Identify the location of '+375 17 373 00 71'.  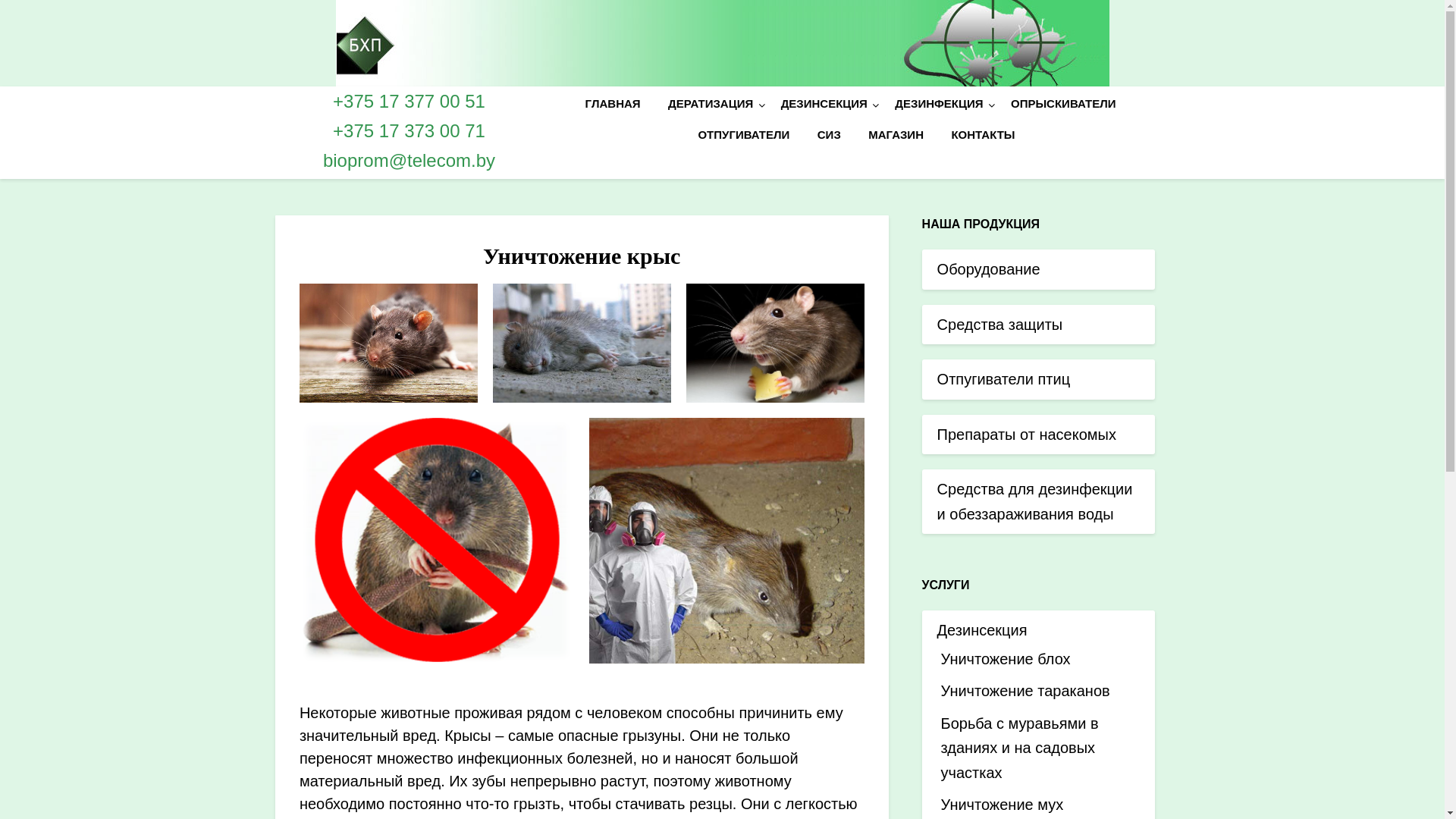
(409, 130).